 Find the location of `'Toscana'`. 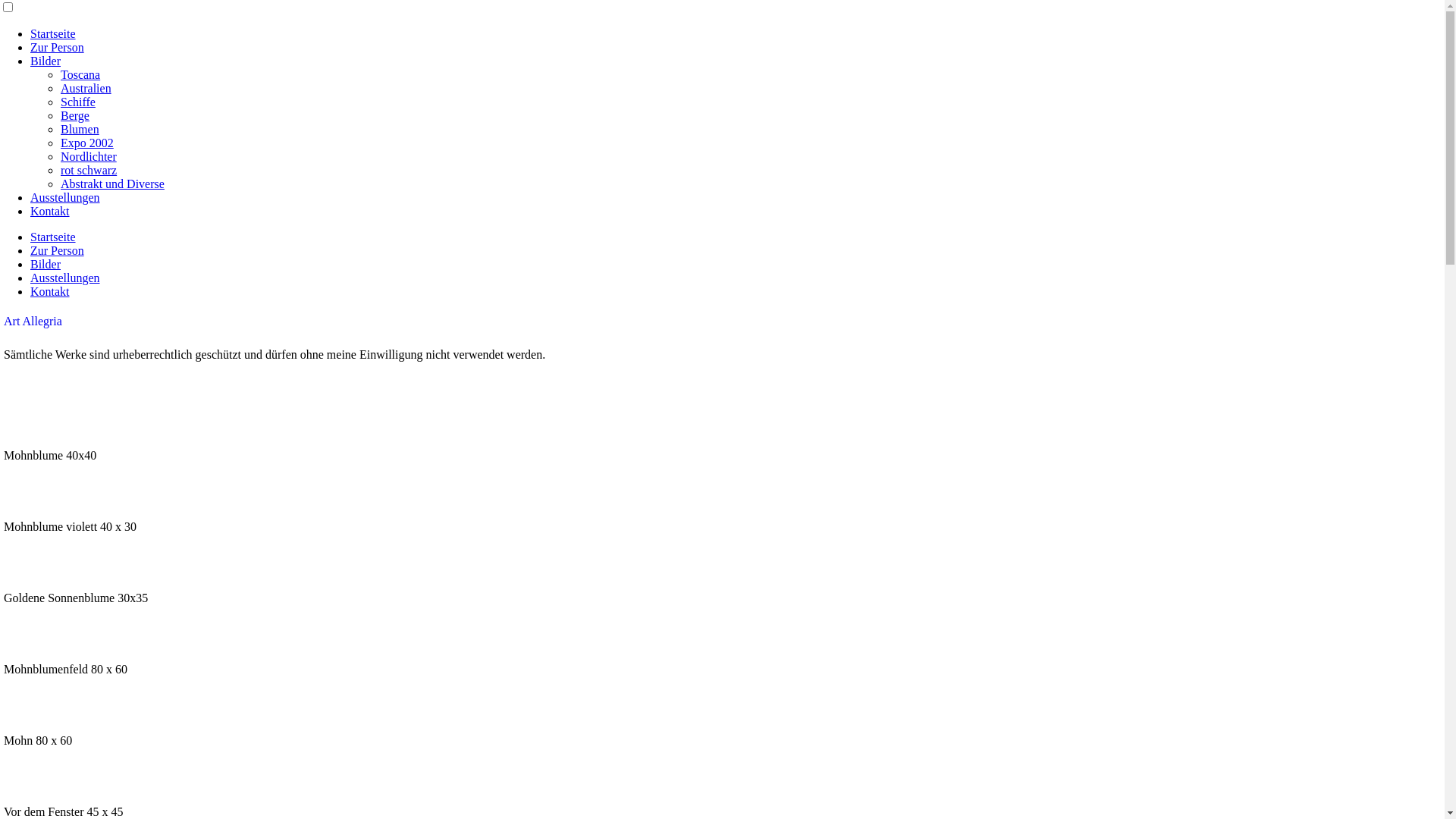

'Toscana' is located at coordinates (79, 74).